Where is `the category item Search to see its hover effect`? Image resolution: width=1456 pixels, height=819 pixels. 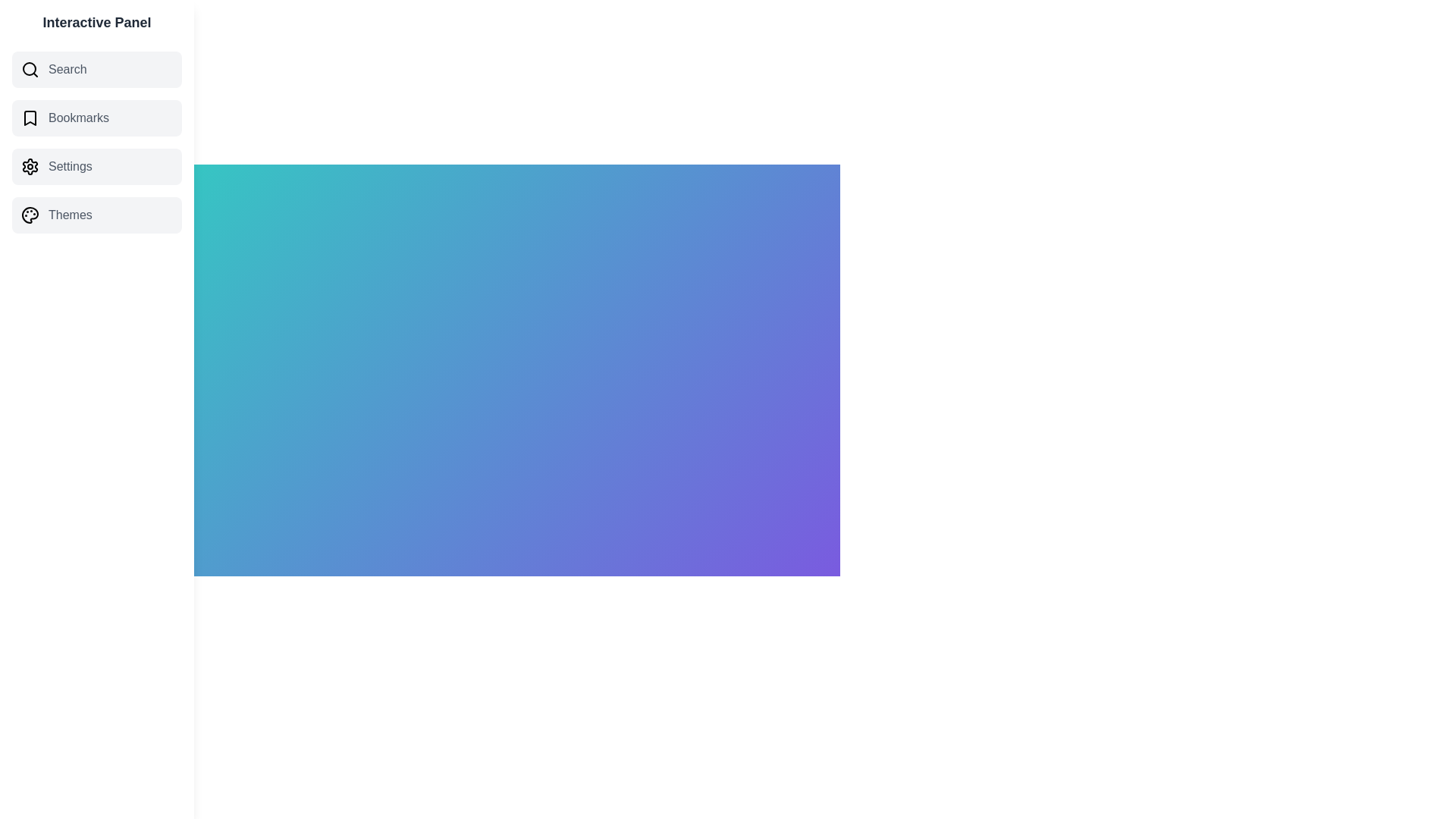
the category item Search to see its hover effect is located at coordinates (96, 70).